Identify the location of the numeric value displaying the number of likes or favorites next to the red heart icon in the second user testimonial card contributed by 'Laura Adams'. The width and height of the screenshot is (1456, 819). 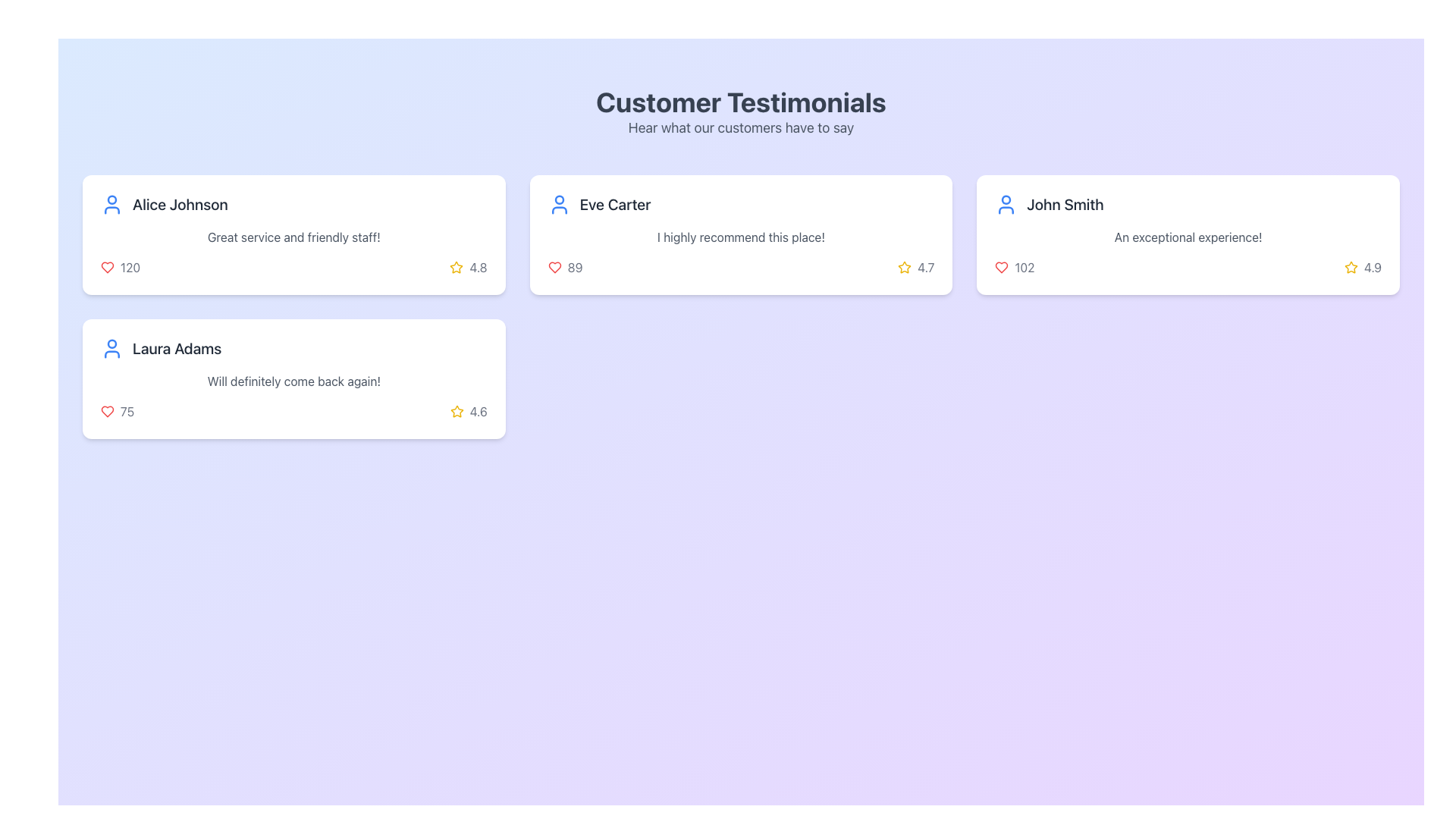
(127, 412).